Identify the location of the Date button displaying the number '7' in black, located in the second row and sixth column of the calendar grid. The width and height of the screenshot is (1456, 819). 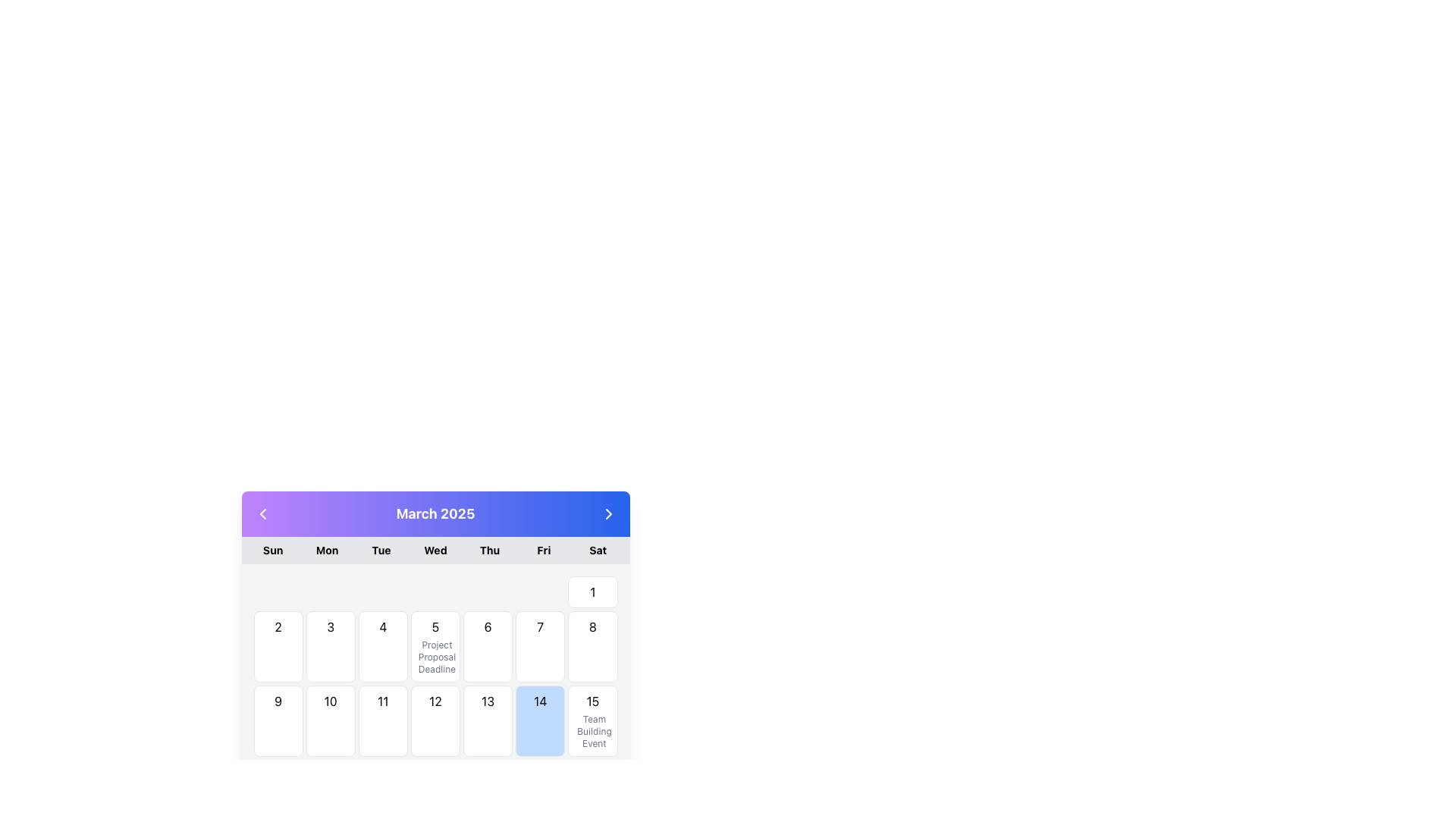
(540, 646).